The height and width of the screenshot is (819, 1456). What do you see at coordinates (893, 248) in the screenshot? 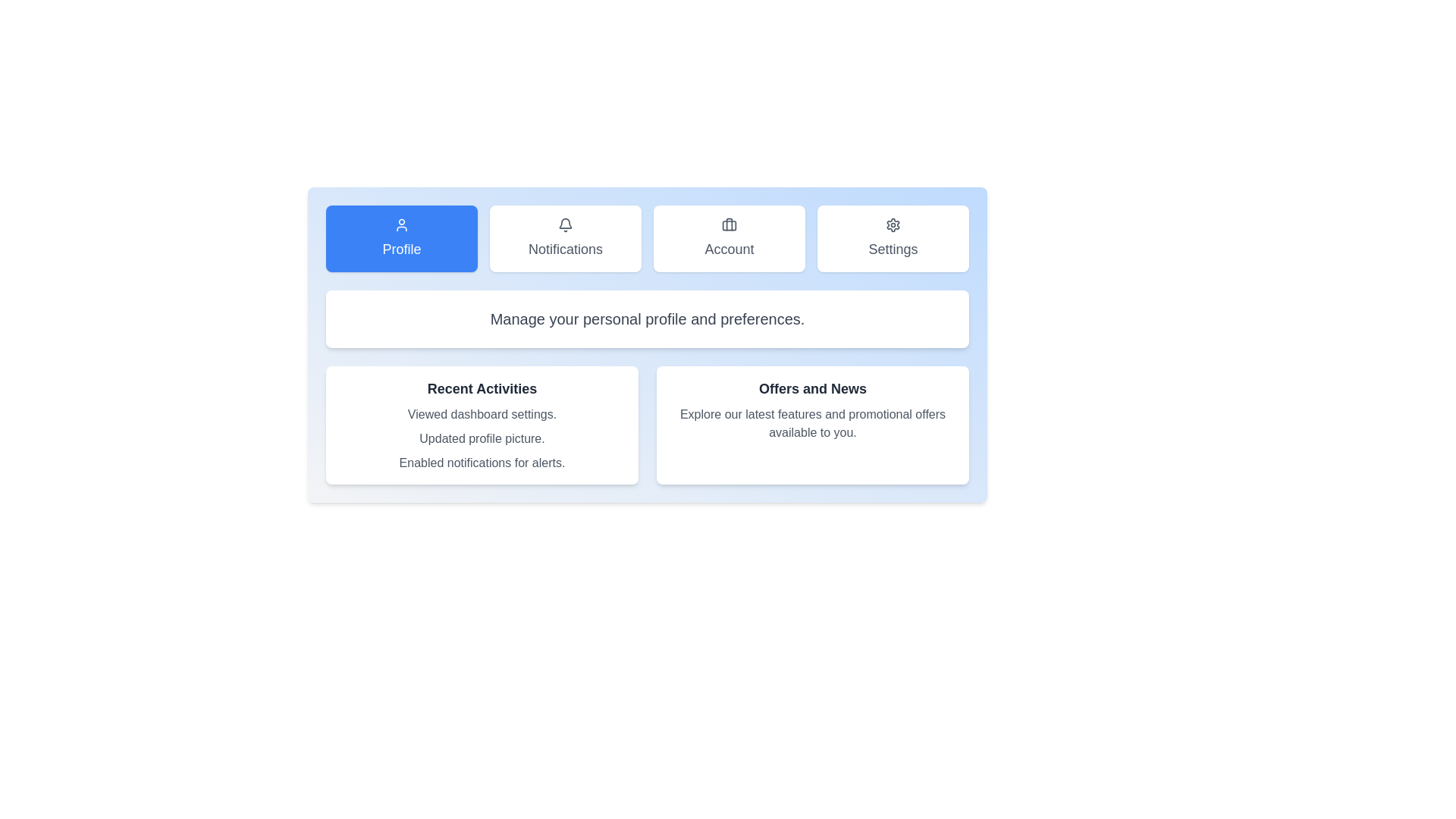
I see `the static text label that indicates the settings button located in the top-right corner of the main interface, positioned below the gear icon` at bounding box center [893, 248].